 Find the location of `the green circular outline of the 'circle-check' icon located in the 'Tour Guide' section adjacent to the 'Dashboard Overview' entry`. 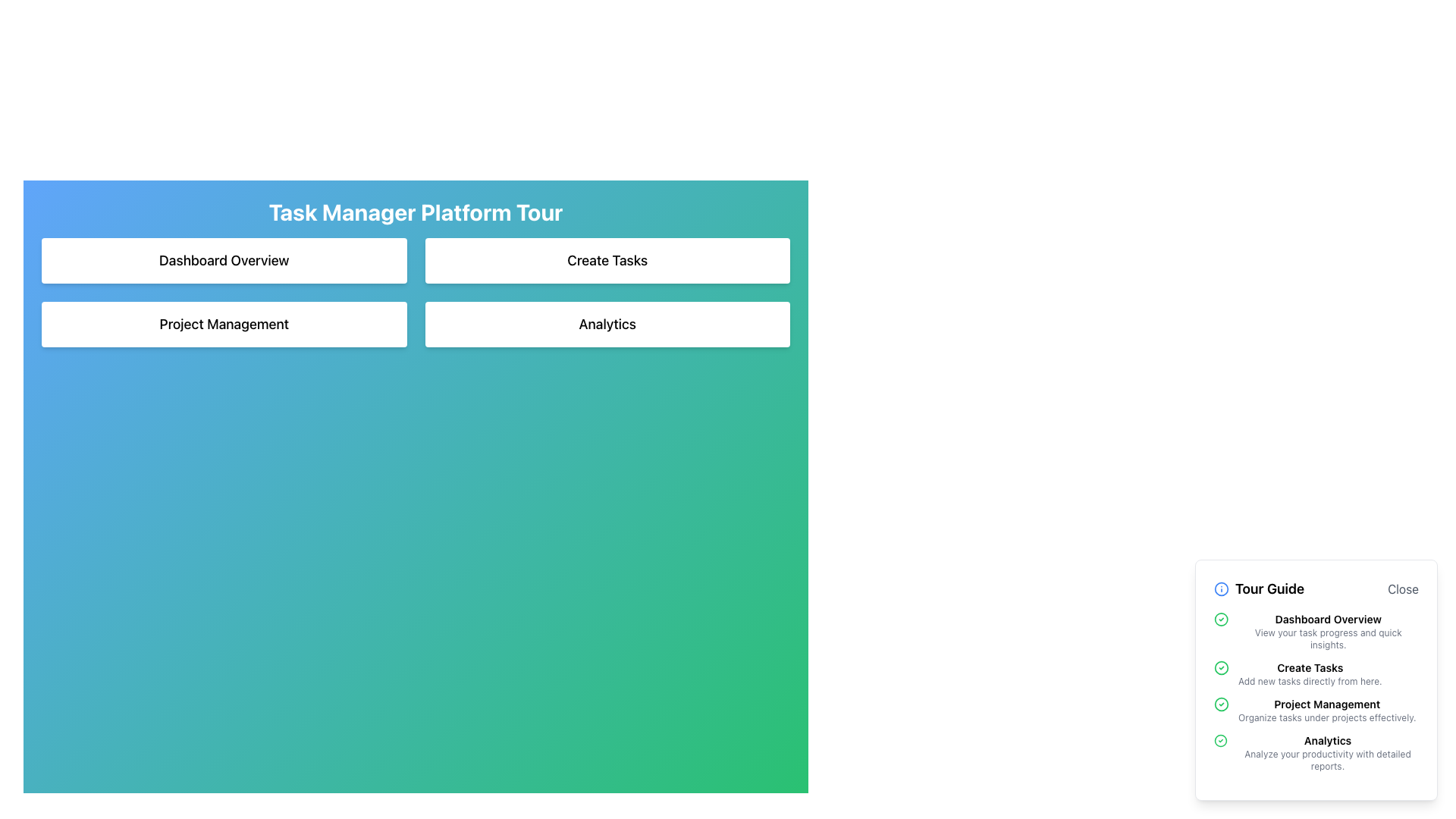

the green circular outline of the 'circle-check' icon located in the 'Tour Guide' section adjacent to the 'Dashboard Overview' entry is located at coordinates (1222, 667).